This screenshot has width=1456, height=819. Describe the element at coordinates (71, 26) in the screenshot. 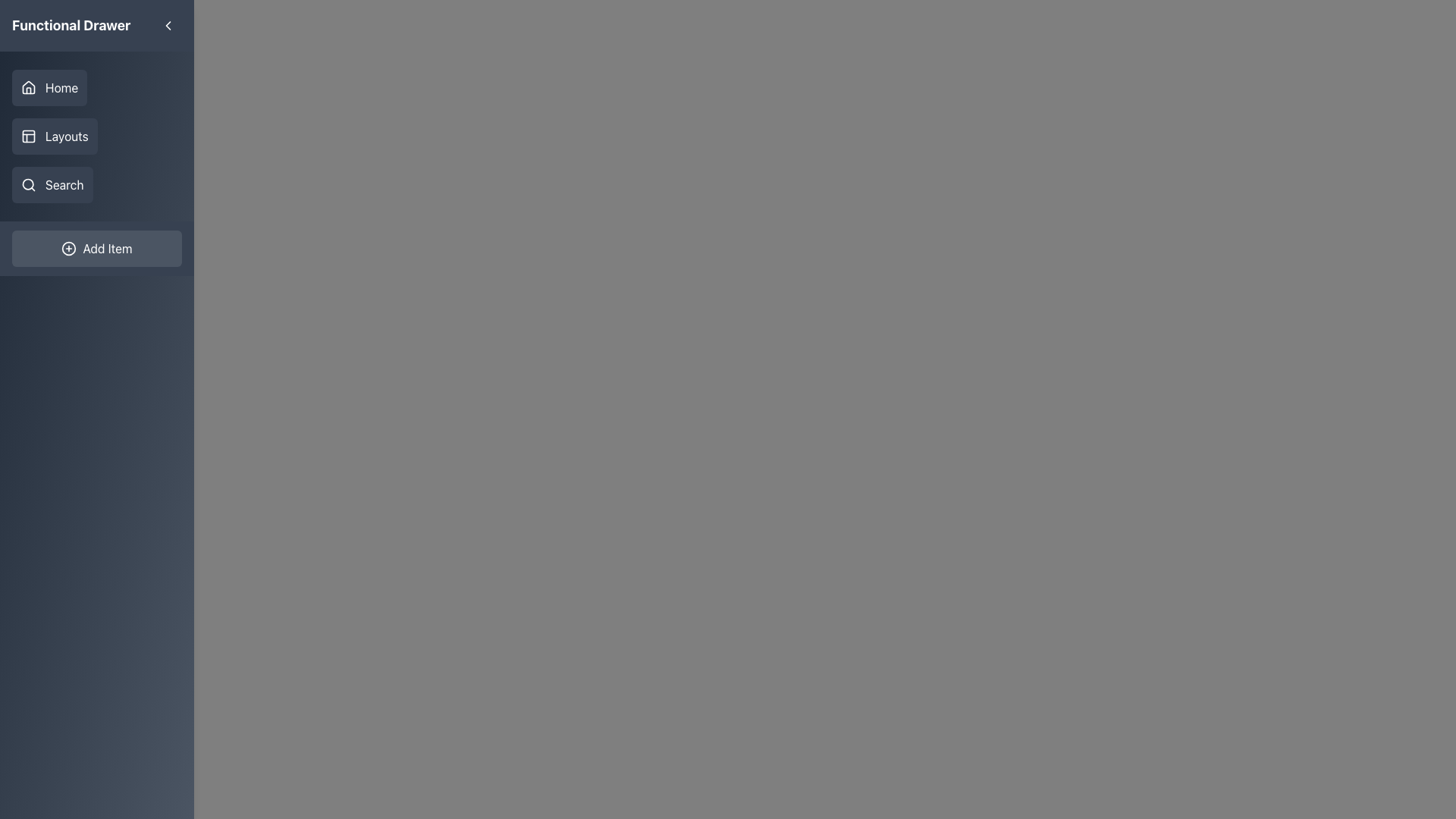

I see `the non-interactive Text Label that serves as a header for the sidebar, located in the top-left corner of the sidebar with a gray background` at that location.